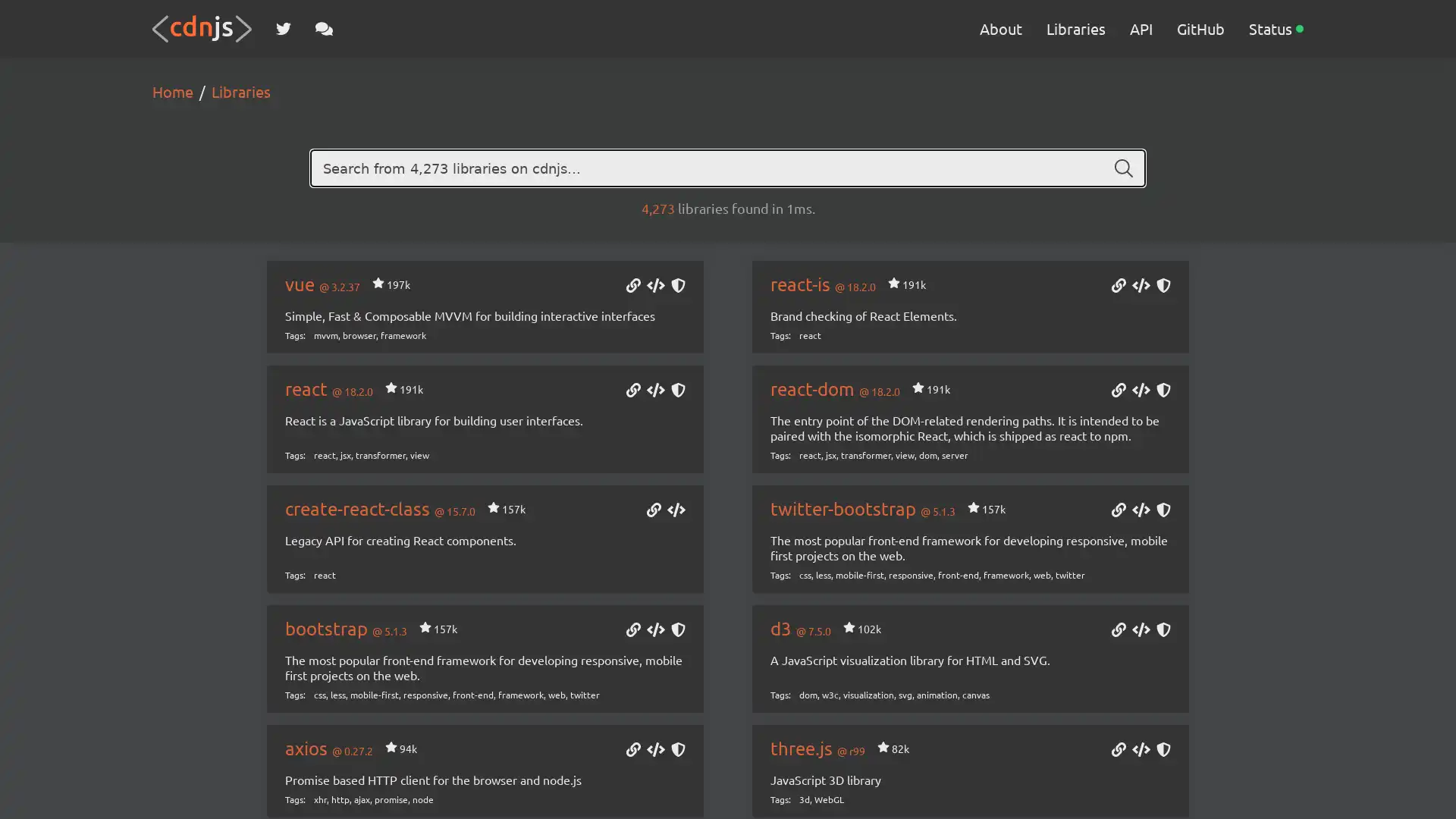 This screenshot has height=819, width=1456. What do you see at coordinates (1163, 391) in the screenshot?
I see `Copy SRI Hash` at bounding box center [1163, 391].